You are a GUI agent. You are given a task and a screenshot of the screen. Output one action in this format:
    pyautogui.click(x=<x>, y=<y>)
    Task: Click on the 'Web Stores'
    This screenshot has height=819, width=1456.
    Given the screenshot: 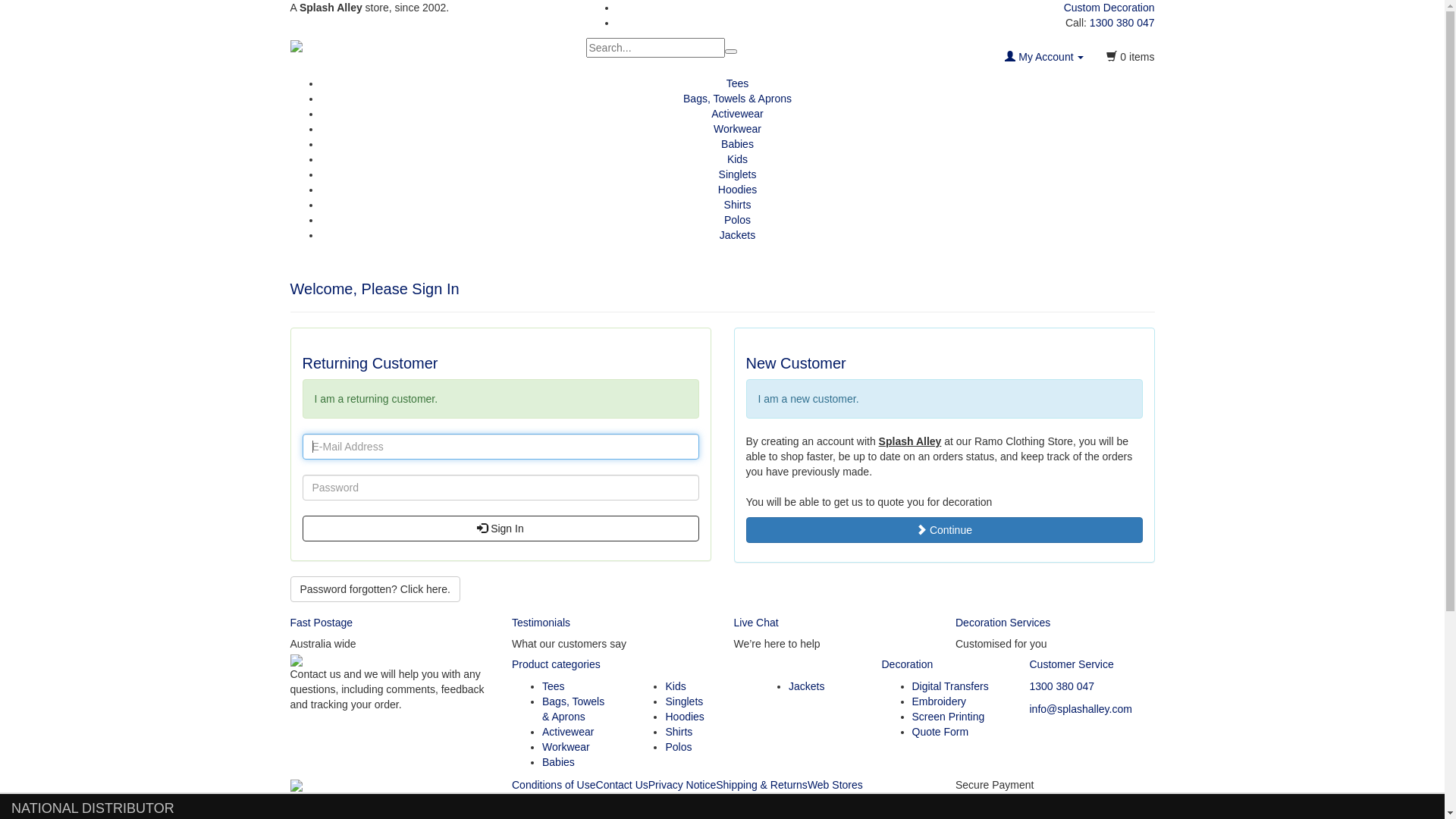 What is the action you would take?
    pyautogui.click(x=834, y=784)
    